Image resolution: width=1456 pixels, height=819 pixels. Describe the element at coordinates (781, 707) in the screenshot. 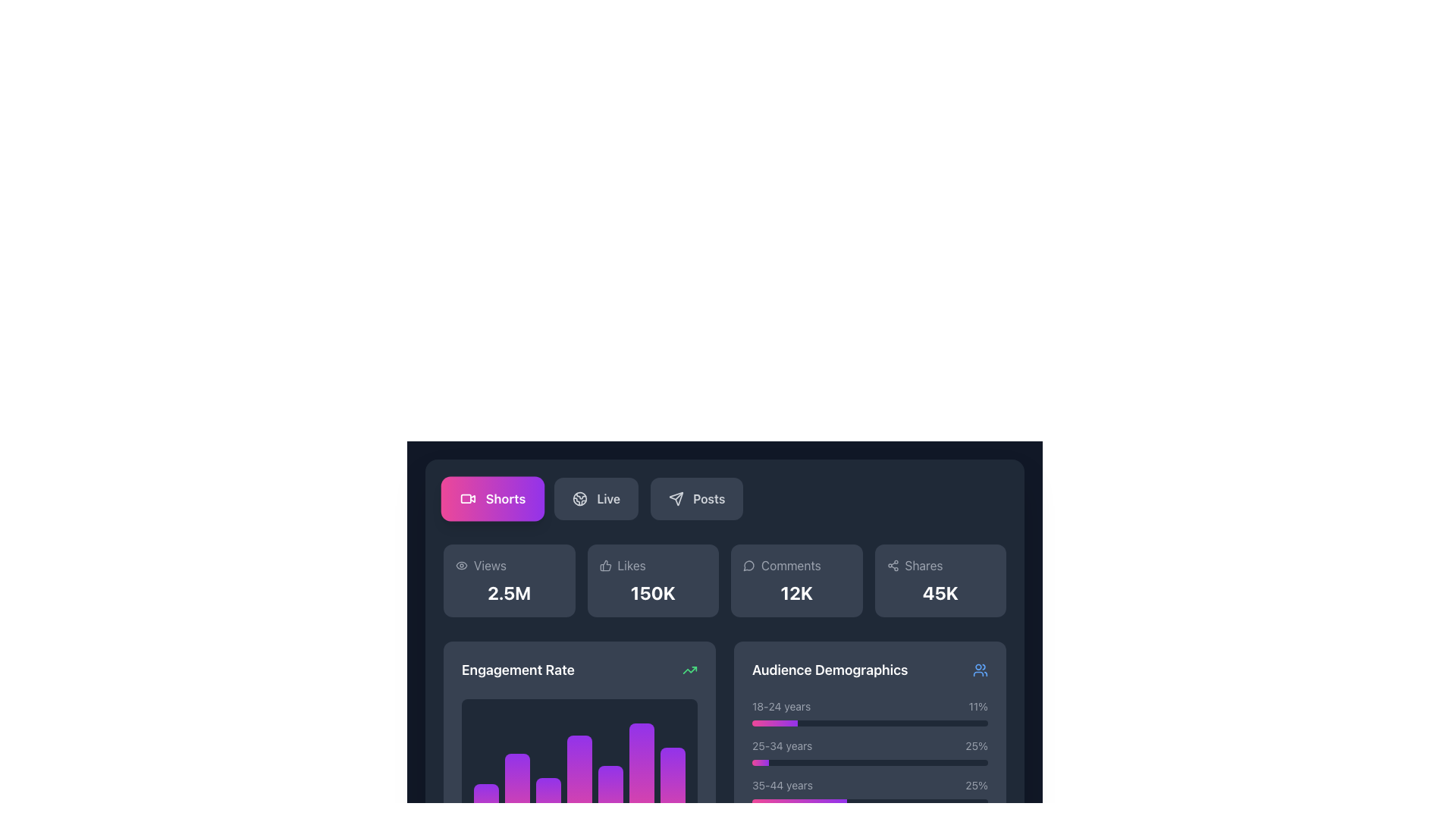

I see `text label that displays '18-24 years' within the demographic chart labeled 'Audience Demographics' in the right section of the application interface` at that location.